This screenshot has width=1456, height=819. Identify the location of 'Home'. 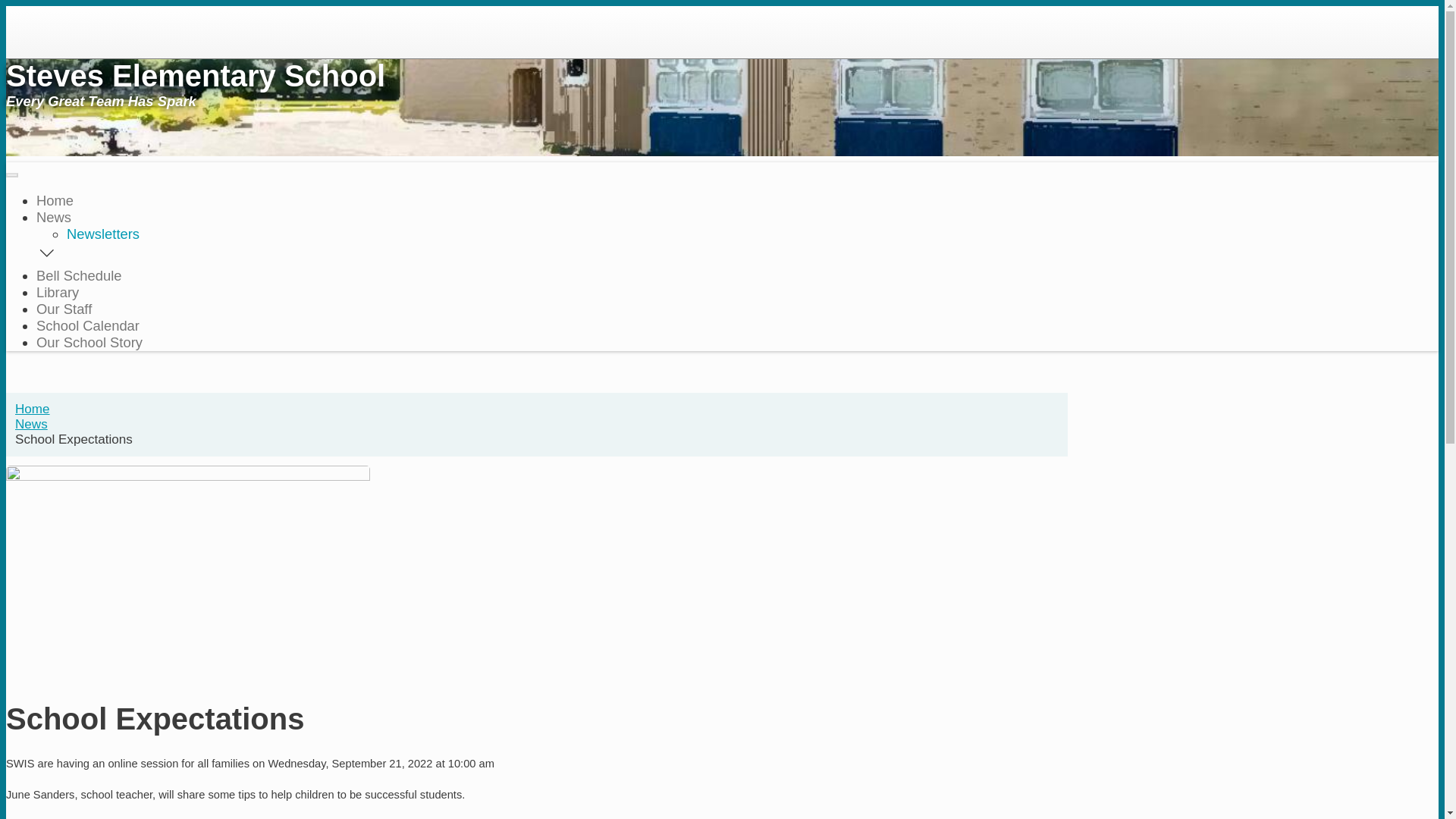
(36, 199).